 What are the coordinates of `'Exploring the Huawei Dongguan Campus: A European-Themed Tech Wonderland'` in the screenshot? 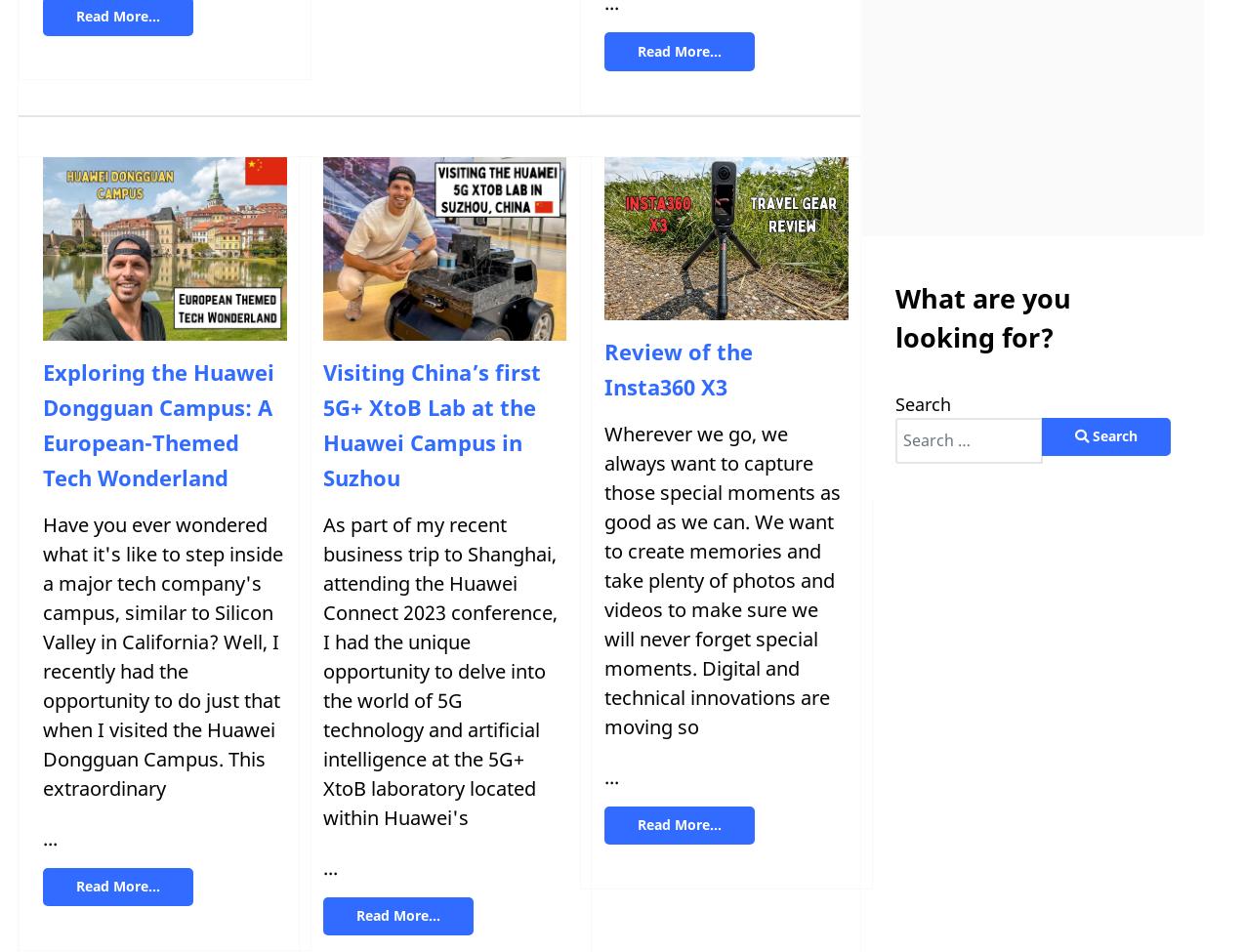 It's located at (157, 424).